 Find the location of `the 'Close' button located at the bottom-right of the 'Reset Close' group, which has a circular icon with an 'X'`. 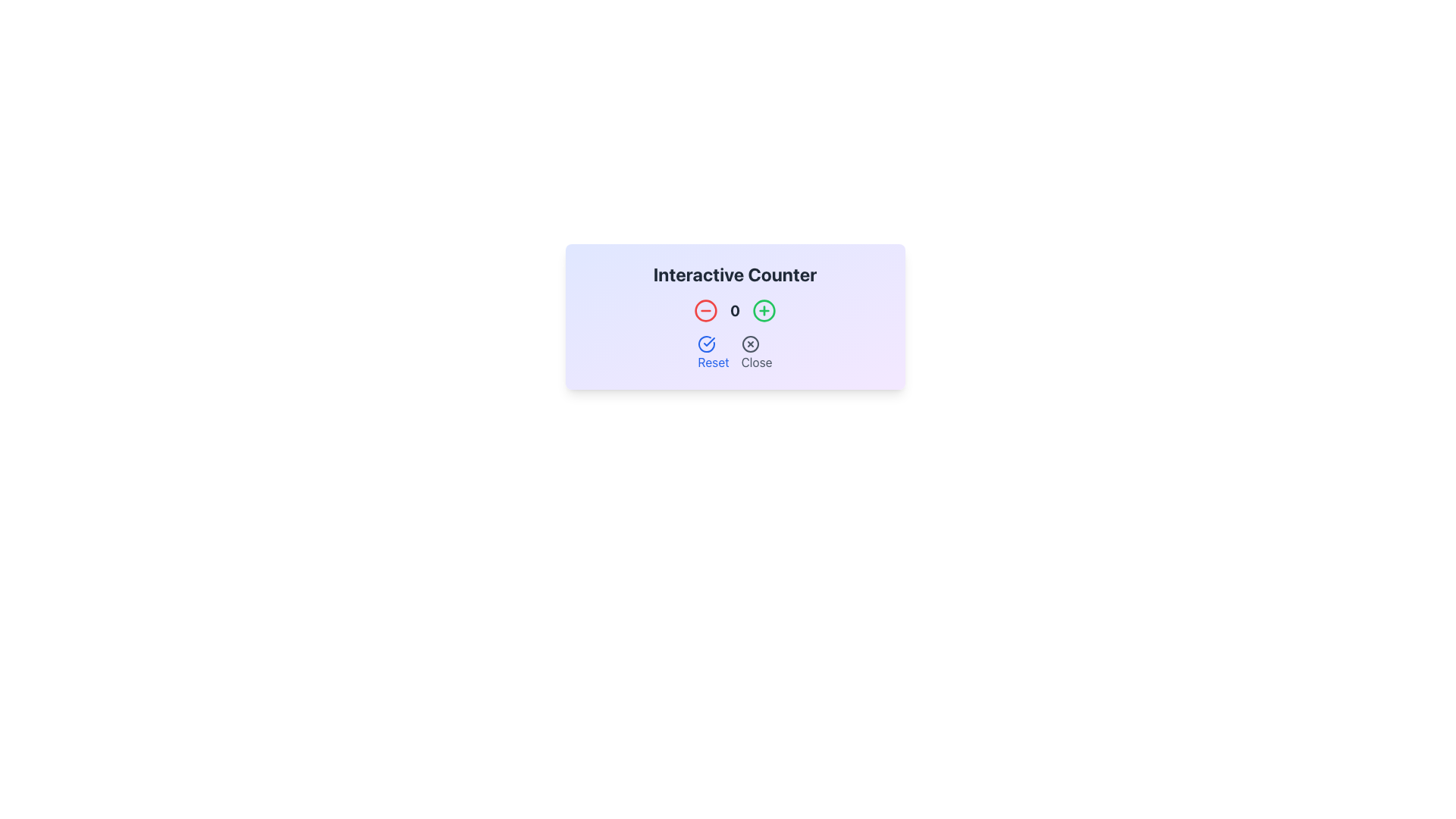

the 'Close' button located at the bottom-right of the 'Reset Close' group, which has a circular icon with an 'X' is located at coordinates (757, 353).